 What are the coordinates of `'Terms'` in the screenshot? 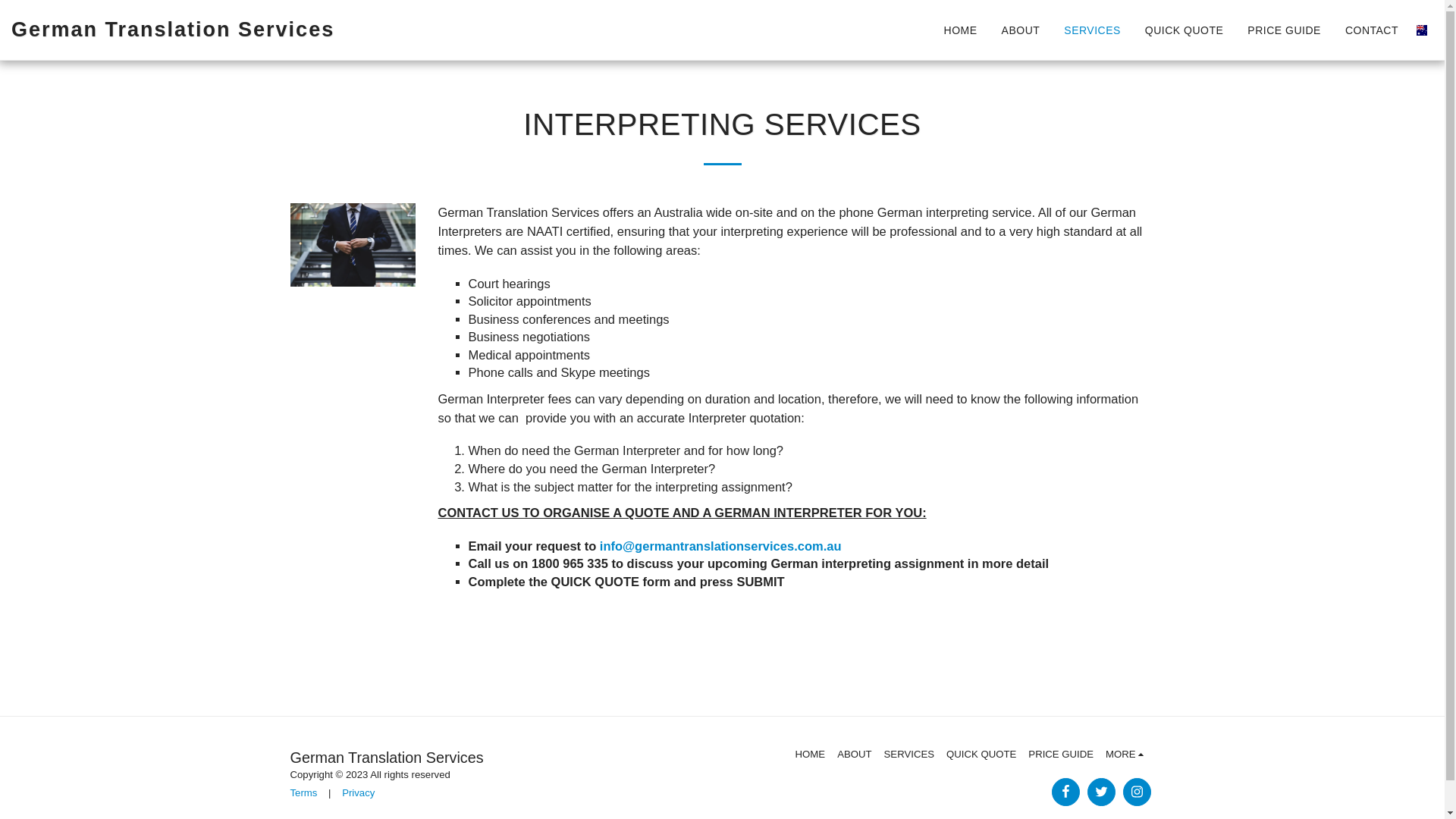 It's located at (303, 792).